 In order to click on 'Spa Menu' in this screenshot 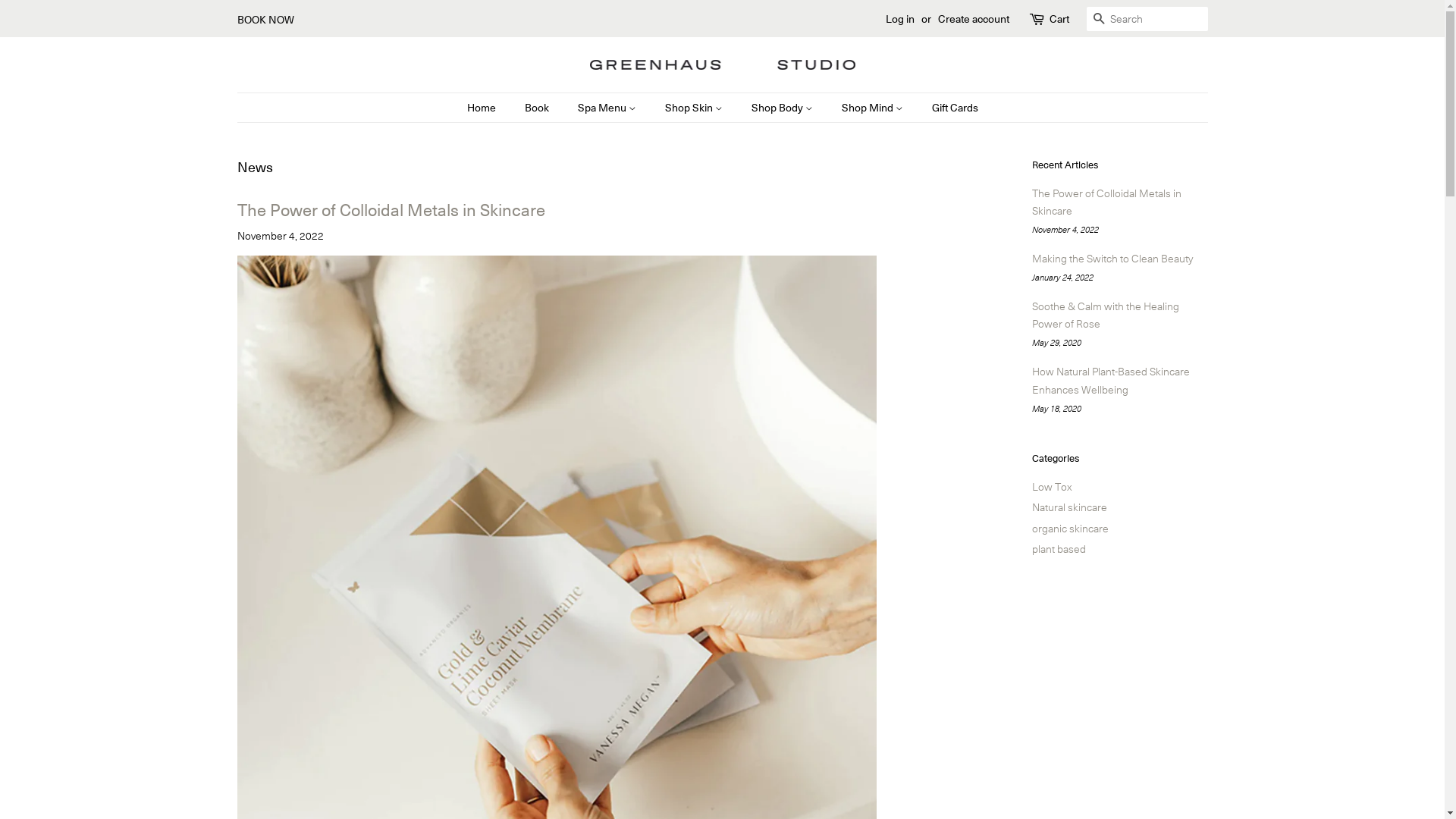, I will do `click(607, 107)`.